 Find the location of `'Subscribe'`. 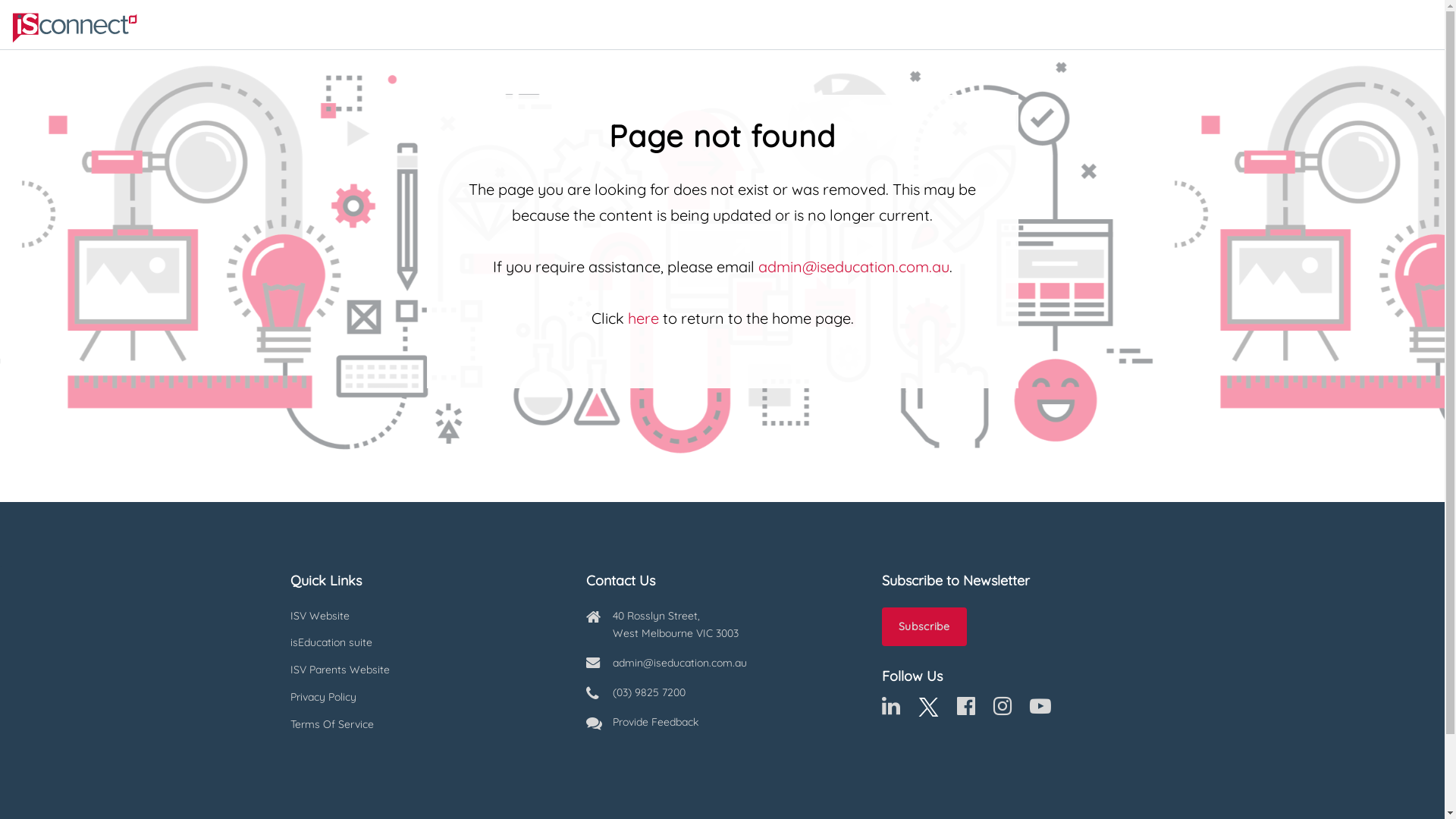

'Subscribe' is located at coordinates (923, 626).